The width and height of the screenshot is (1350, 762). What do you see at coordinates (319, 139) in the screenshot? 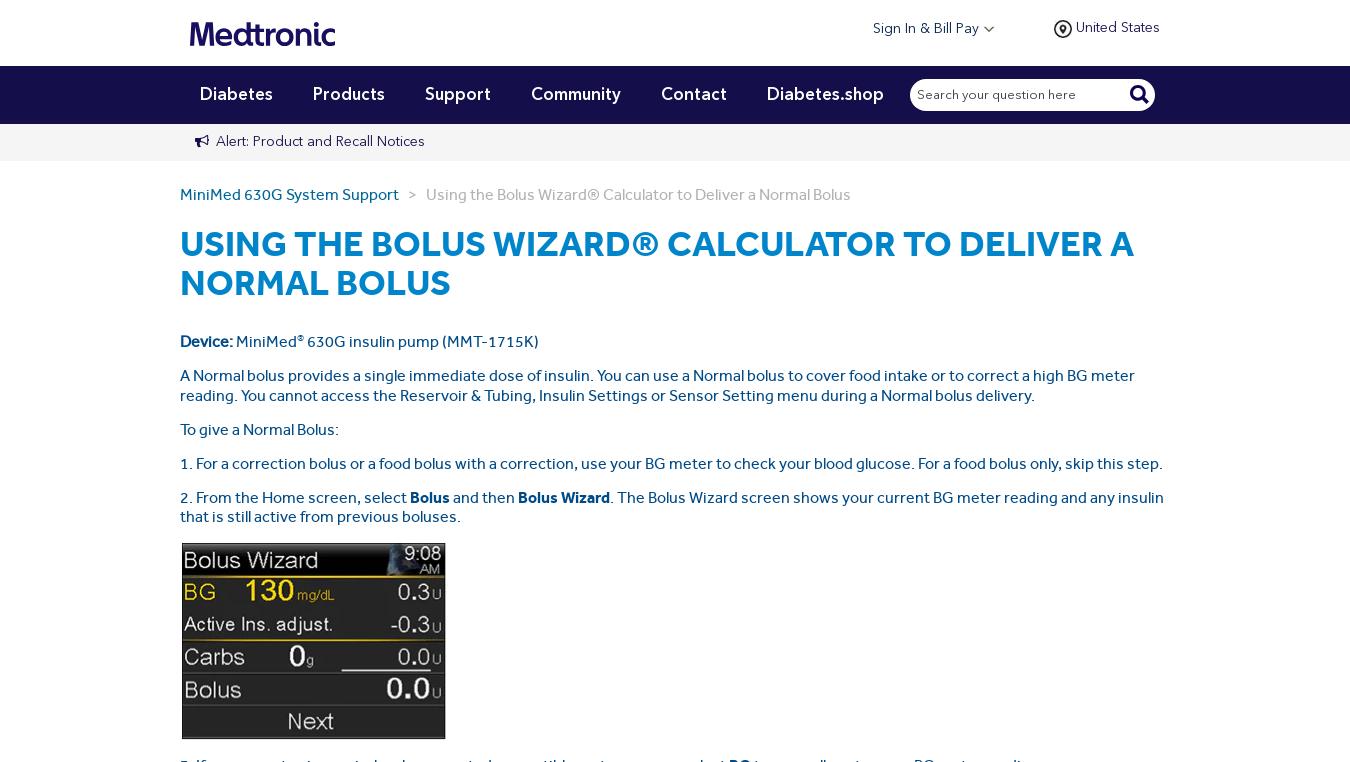
I see `'Alert: Product and Recall Notices'` at bounding box center [319, 139].